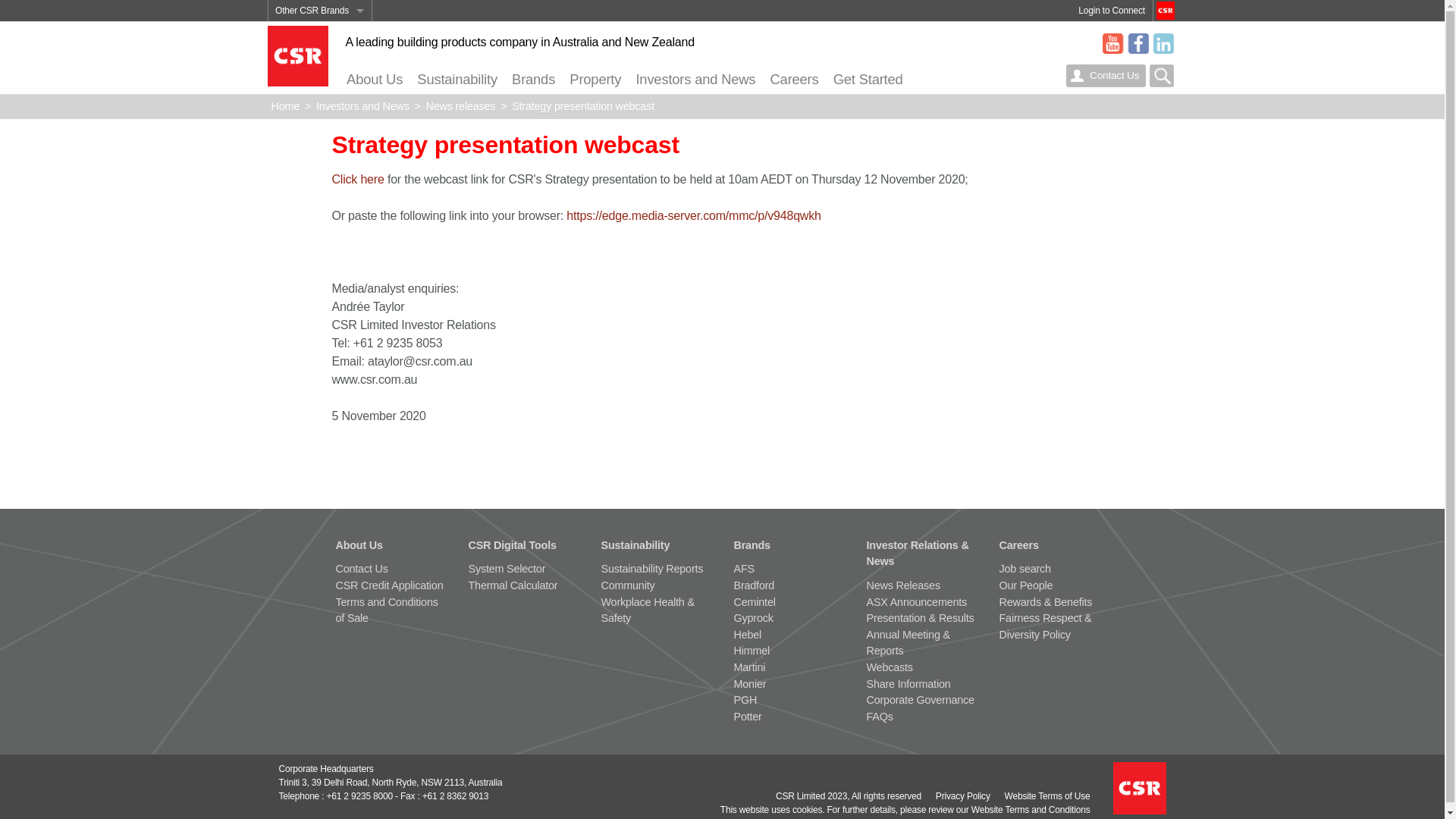 The height and width of the screenshot is (819, 1456). What do you see at coordinates (919, 617) in the screenshot?
I see `'Presentation & Results'` at bounding box center [919, 617].